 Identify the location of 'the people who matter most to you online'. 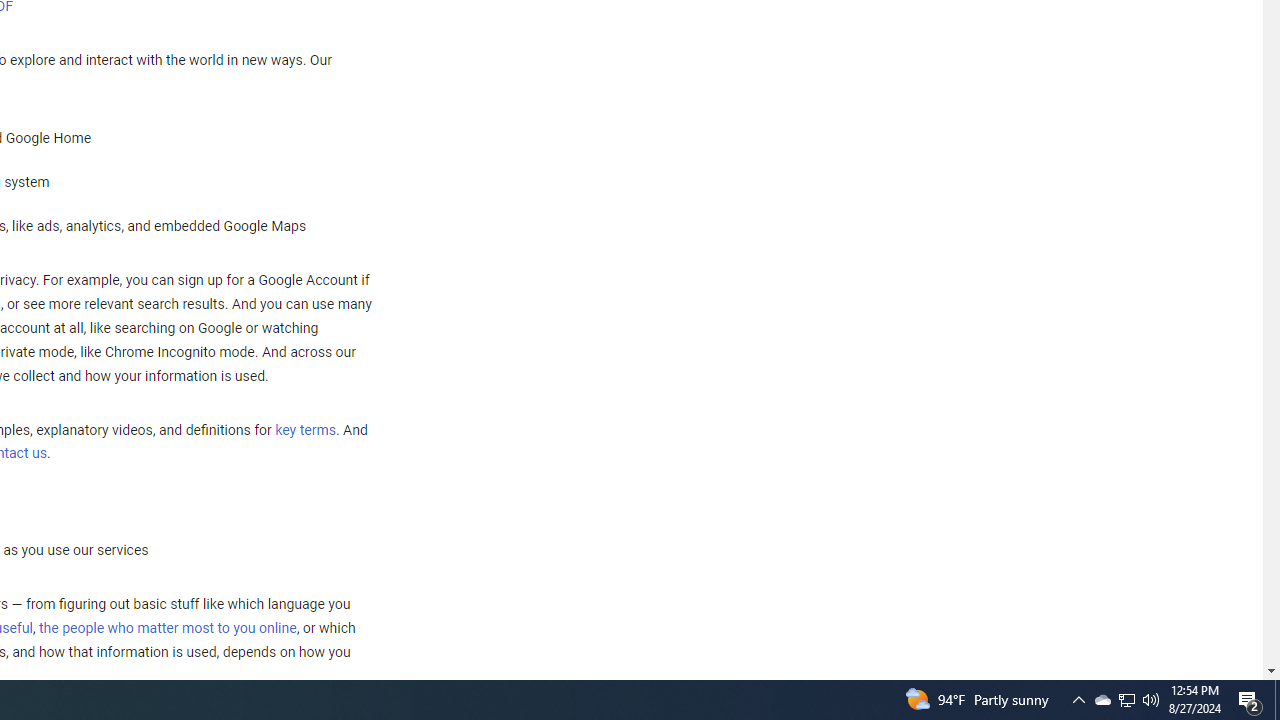
(167, 627).